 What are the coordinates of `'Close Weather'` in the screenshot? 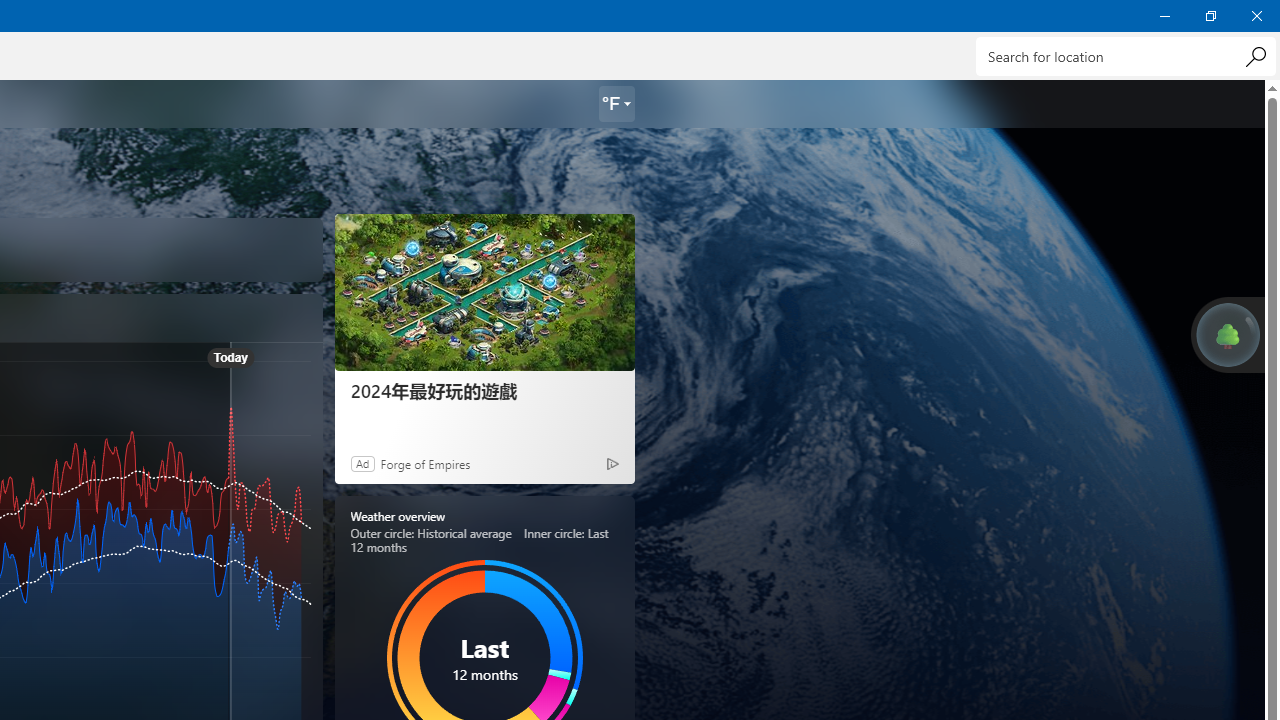 It's located at (1255, 15).